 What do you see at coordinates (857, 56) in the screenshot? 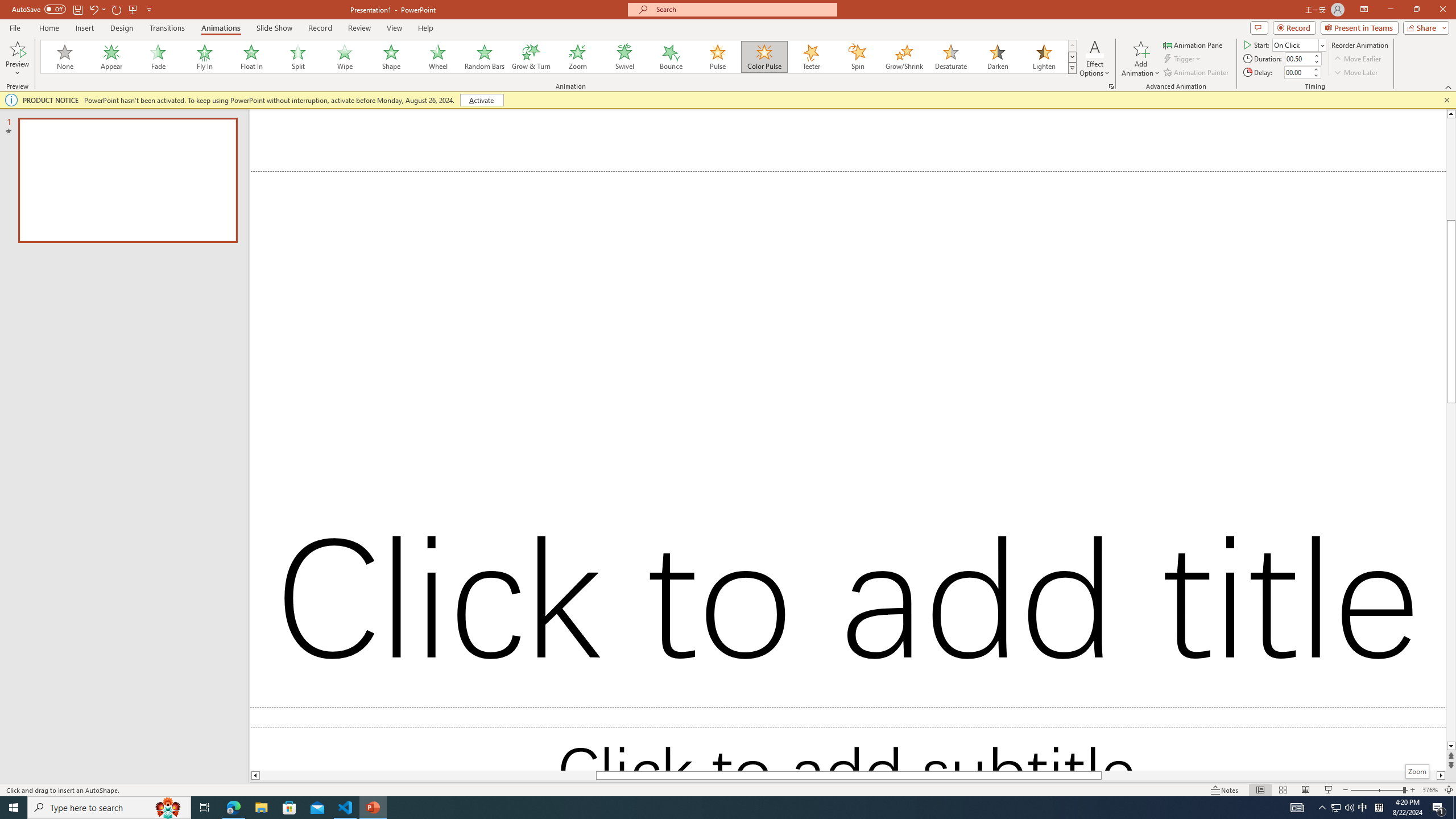
I see `'Spin'` at bounding box center [857, 56].